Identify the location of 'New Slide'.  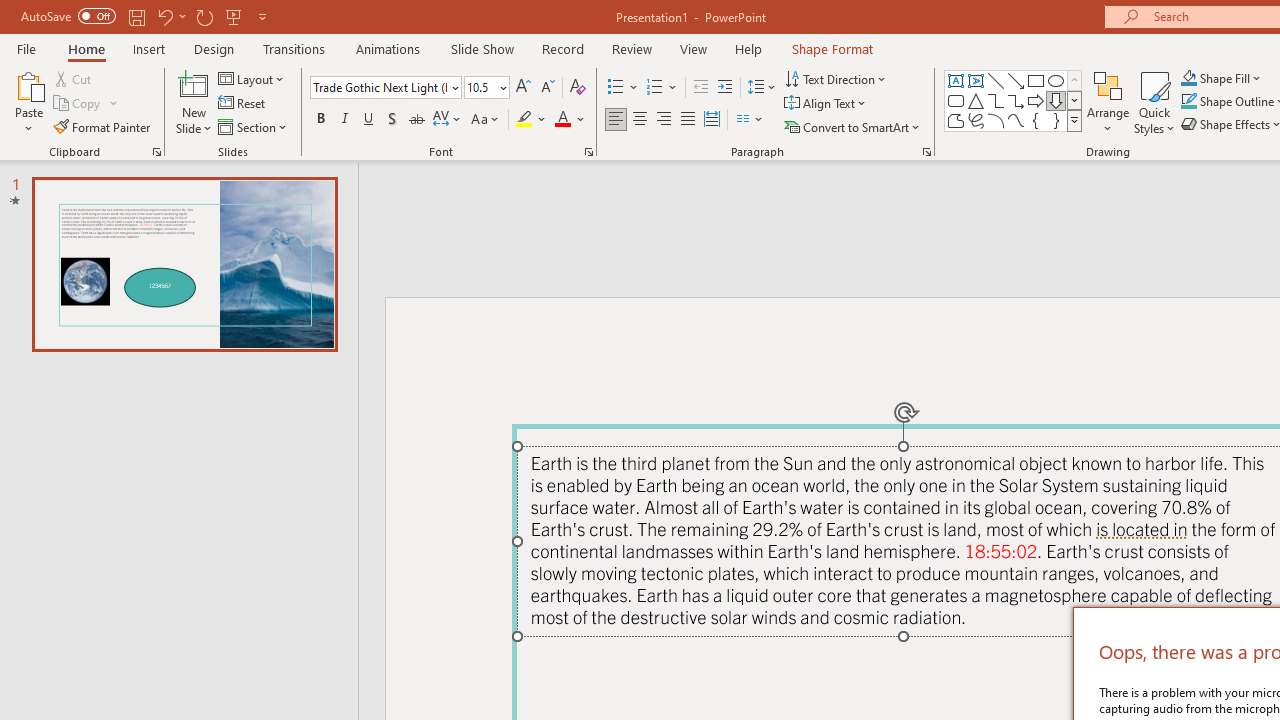
(193, 103).